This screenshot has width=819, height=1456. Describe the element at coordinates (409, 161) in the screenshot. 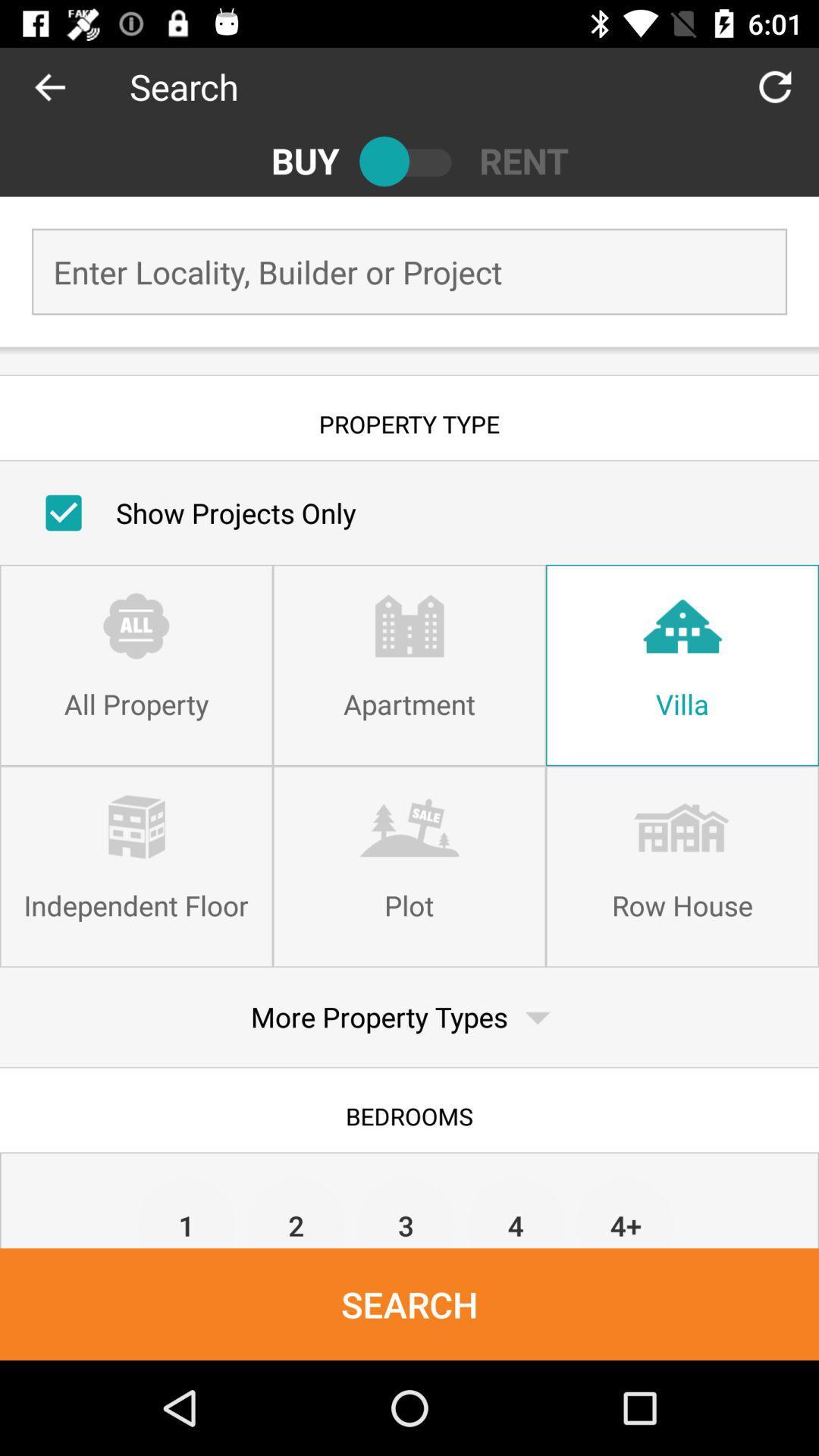

I see `choose buy or rent` at that location.